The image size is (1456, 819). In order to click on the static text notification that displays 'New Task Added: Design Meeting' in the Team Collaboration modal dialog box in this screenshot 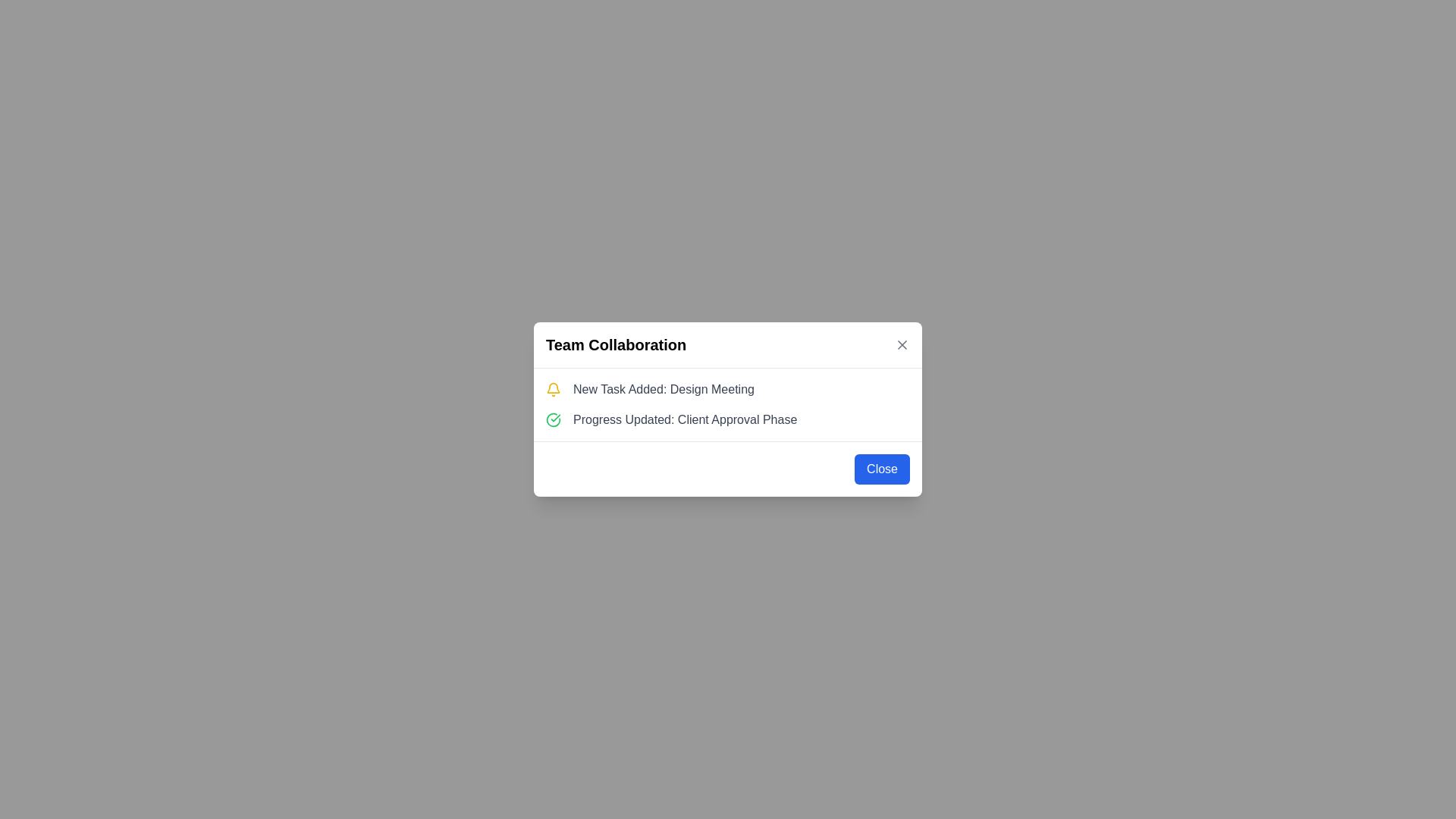, I will do `click(664, 388)`.